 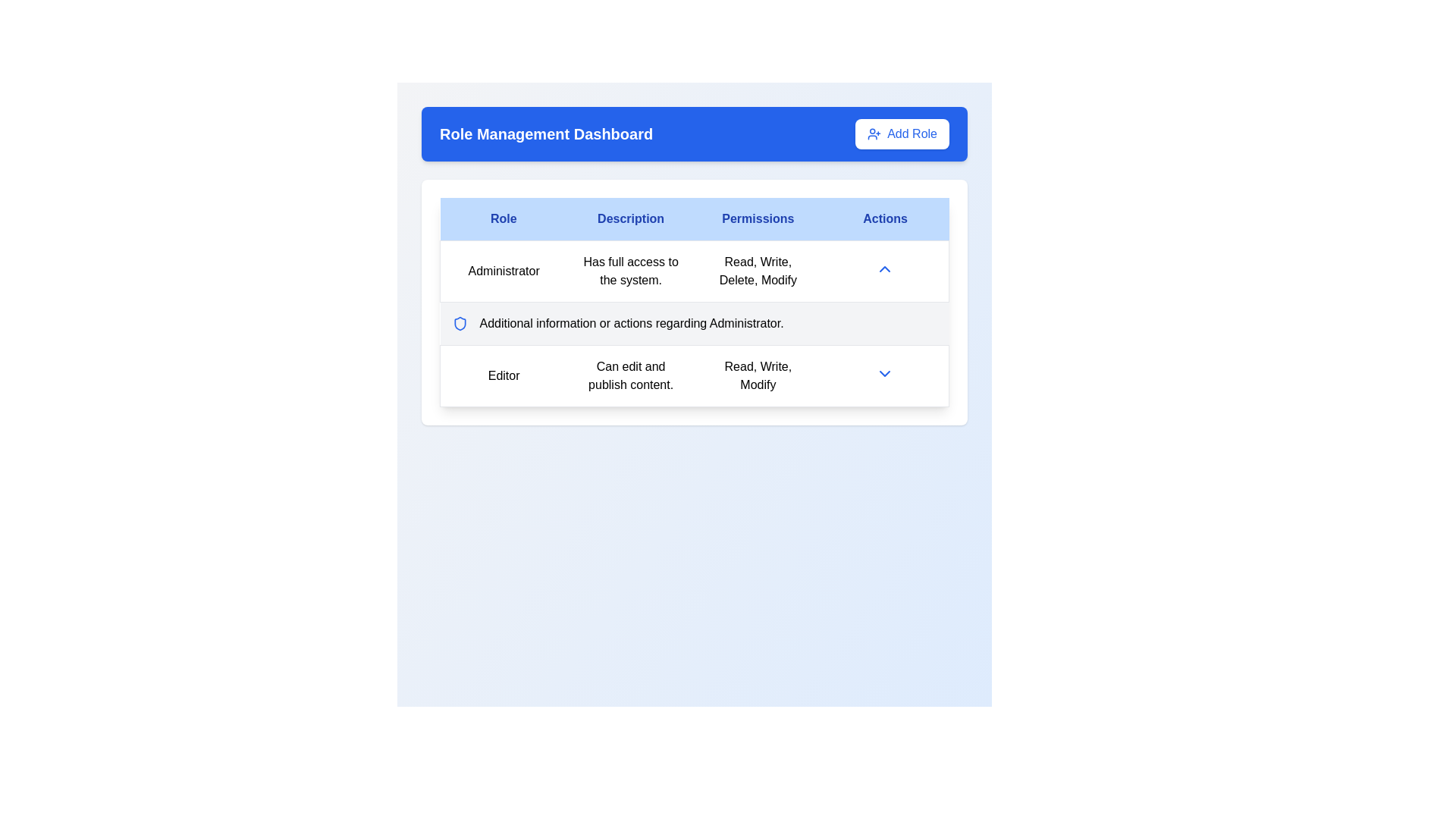 I want to click on the downward-facing blue chevron icon in the 'Actions' column of the second row in the role management dashboard, so click(x=885, y=373).